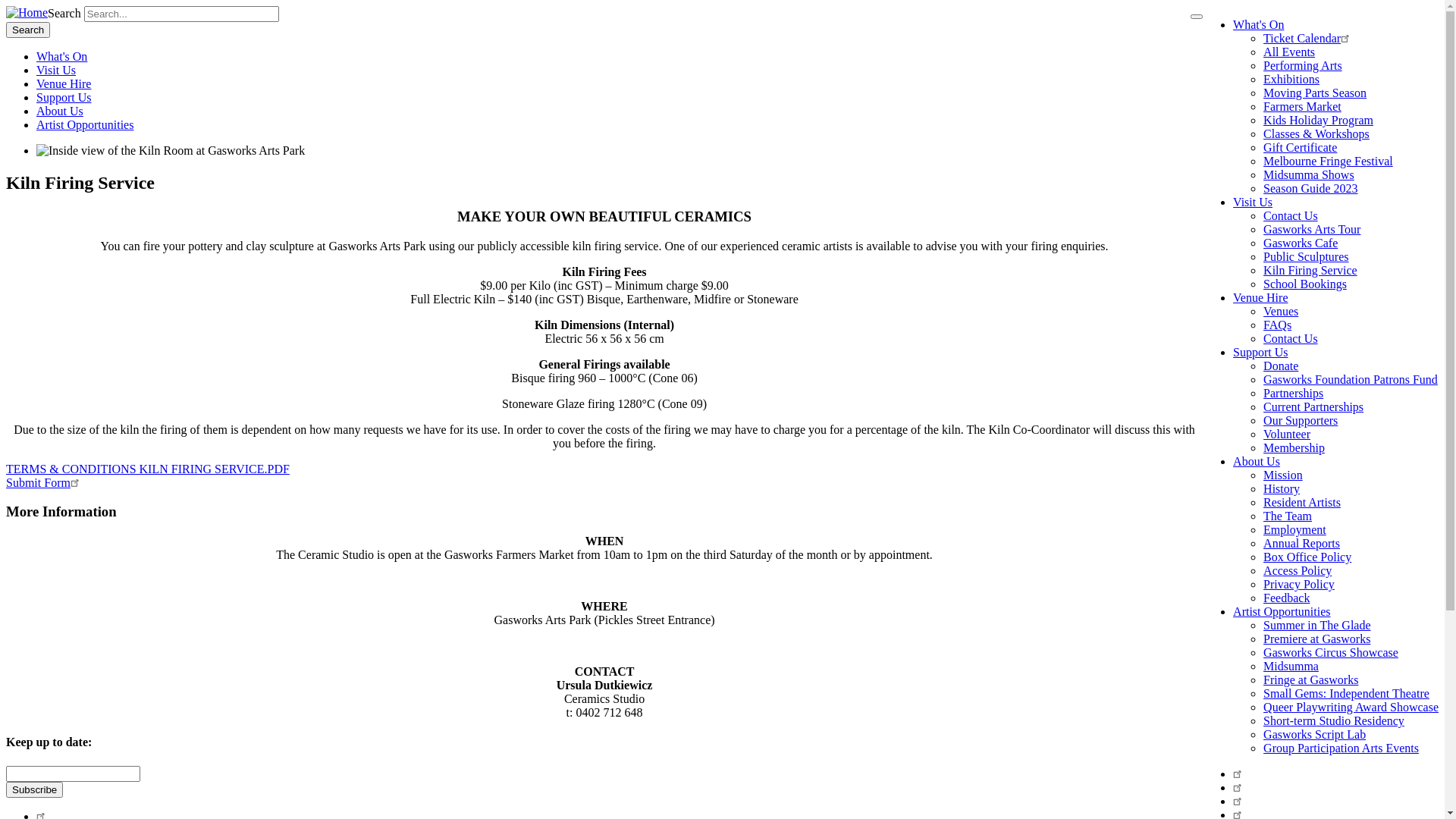 Image resolution: width=1456 pixels, height=819 pixels. Describe the element at coordinates (62, 83) in the screenshot. I see `'Venue Hire'` at that location.